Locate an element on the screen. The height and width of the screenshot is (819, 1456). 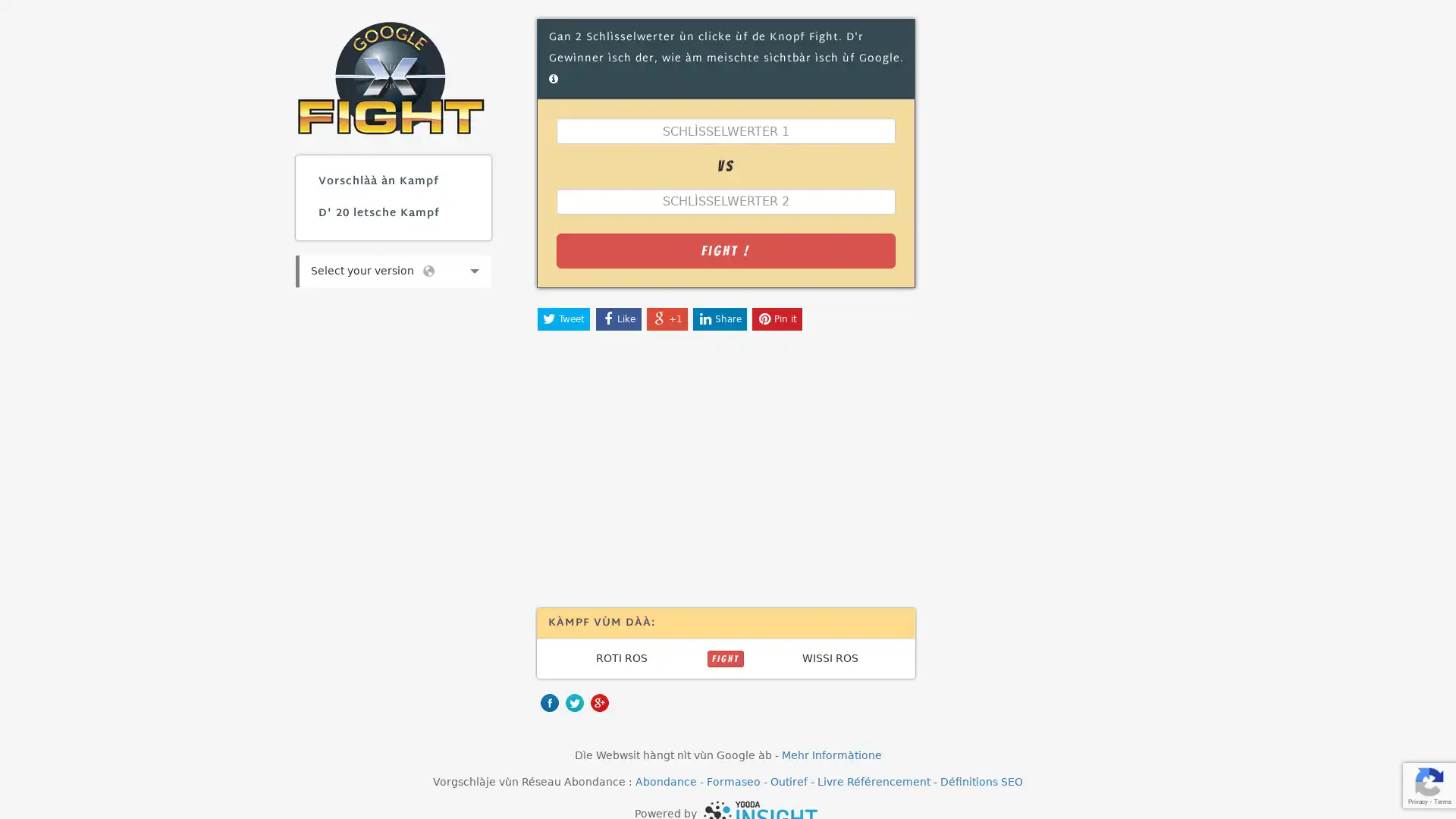
FIGHT is located at coordinates (724, 657).